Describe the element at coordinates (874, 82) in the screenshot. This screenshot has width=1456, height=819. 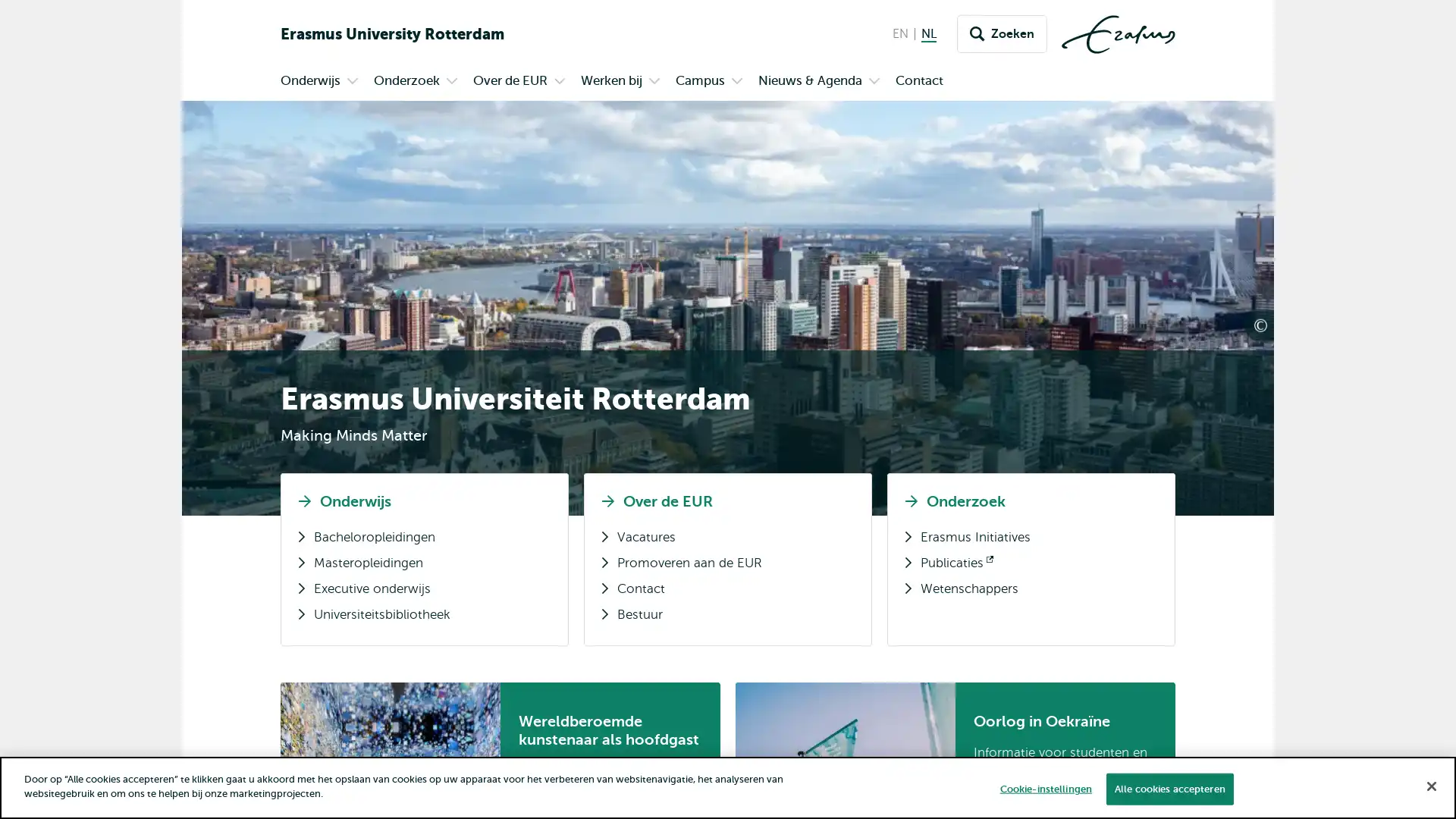
I see `Open submenu` at that location.